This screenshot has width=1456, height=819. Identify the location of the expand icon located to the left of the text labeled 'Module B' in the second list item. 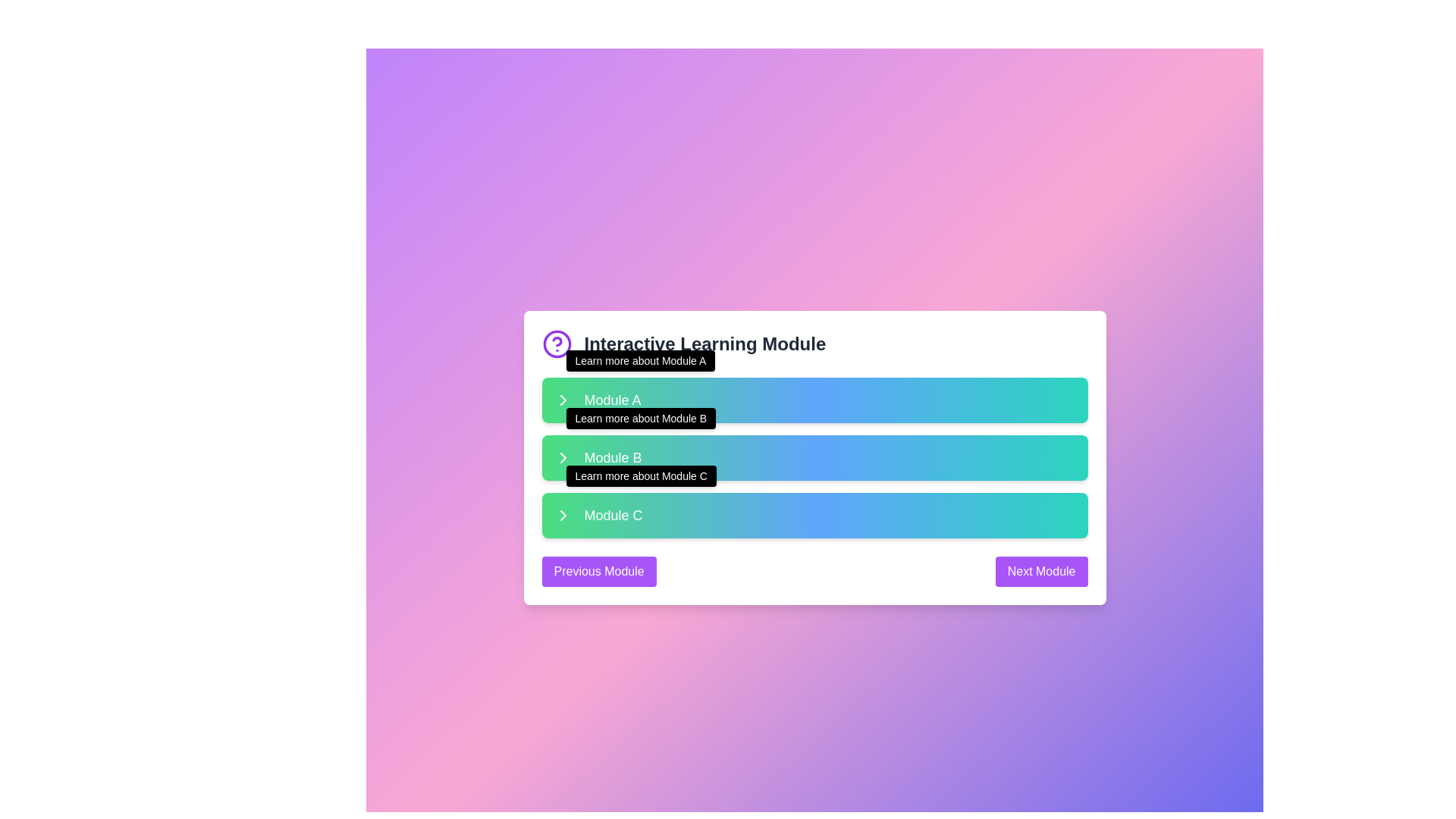
(562, 457).